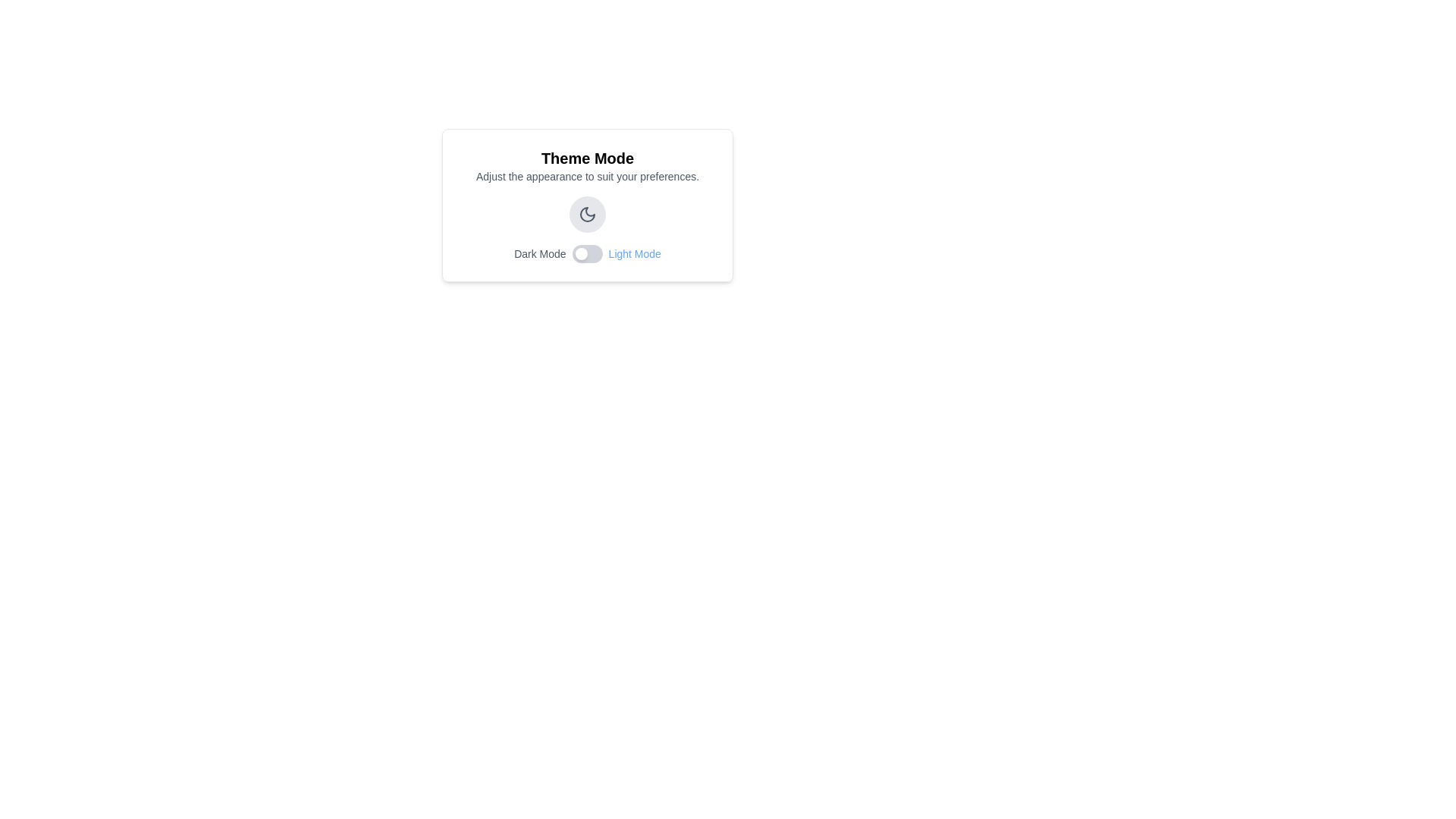 The height and width of the screenshot is (819, 1456). I want to click on the text label providing guidance for theme-related settings, which is positioned directly below the 'Theme Mode' title, so click(586, 175).